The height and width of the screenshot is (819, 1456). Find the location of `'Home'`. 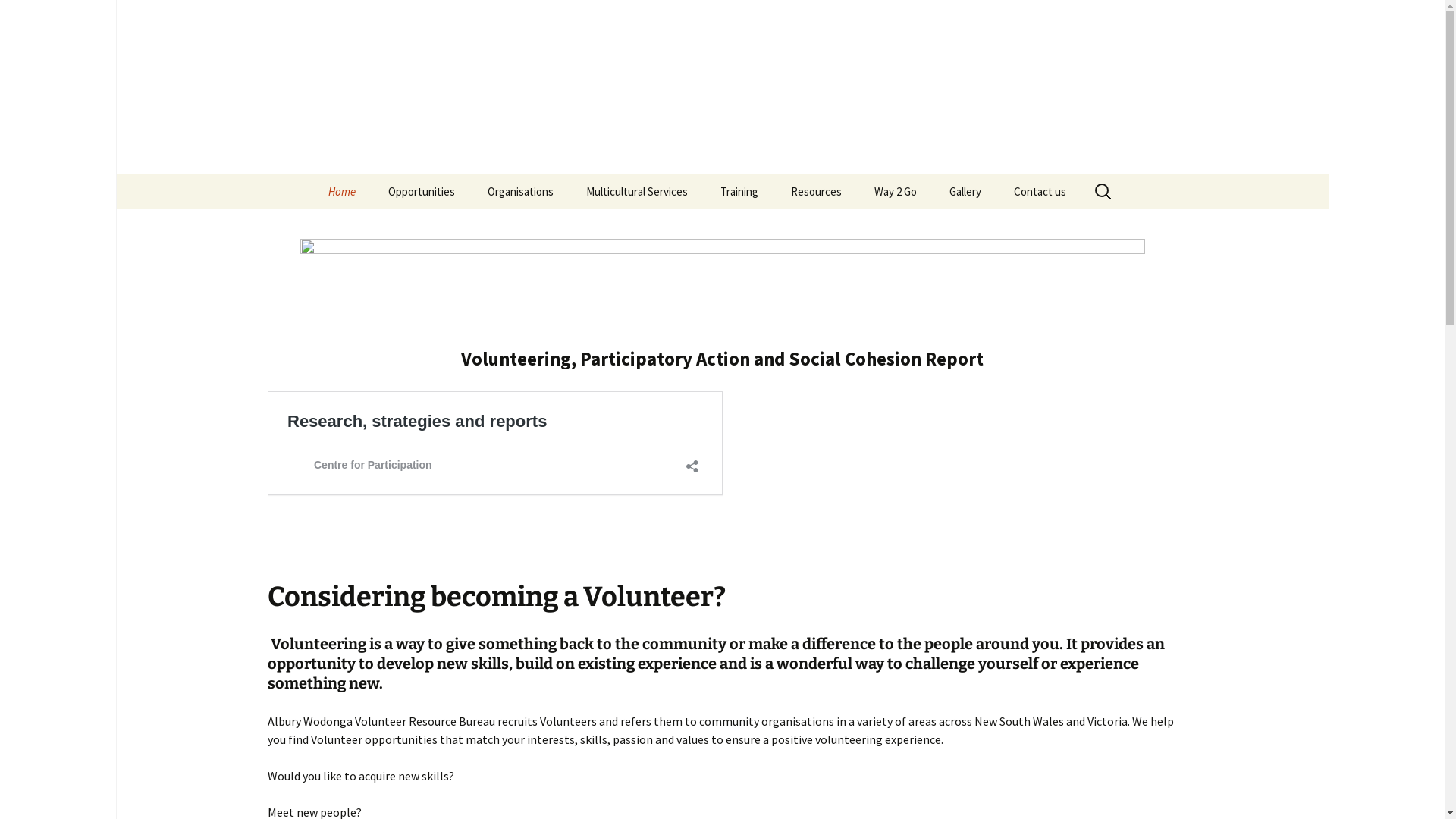

'Home' is located at coordinates (340, 190).